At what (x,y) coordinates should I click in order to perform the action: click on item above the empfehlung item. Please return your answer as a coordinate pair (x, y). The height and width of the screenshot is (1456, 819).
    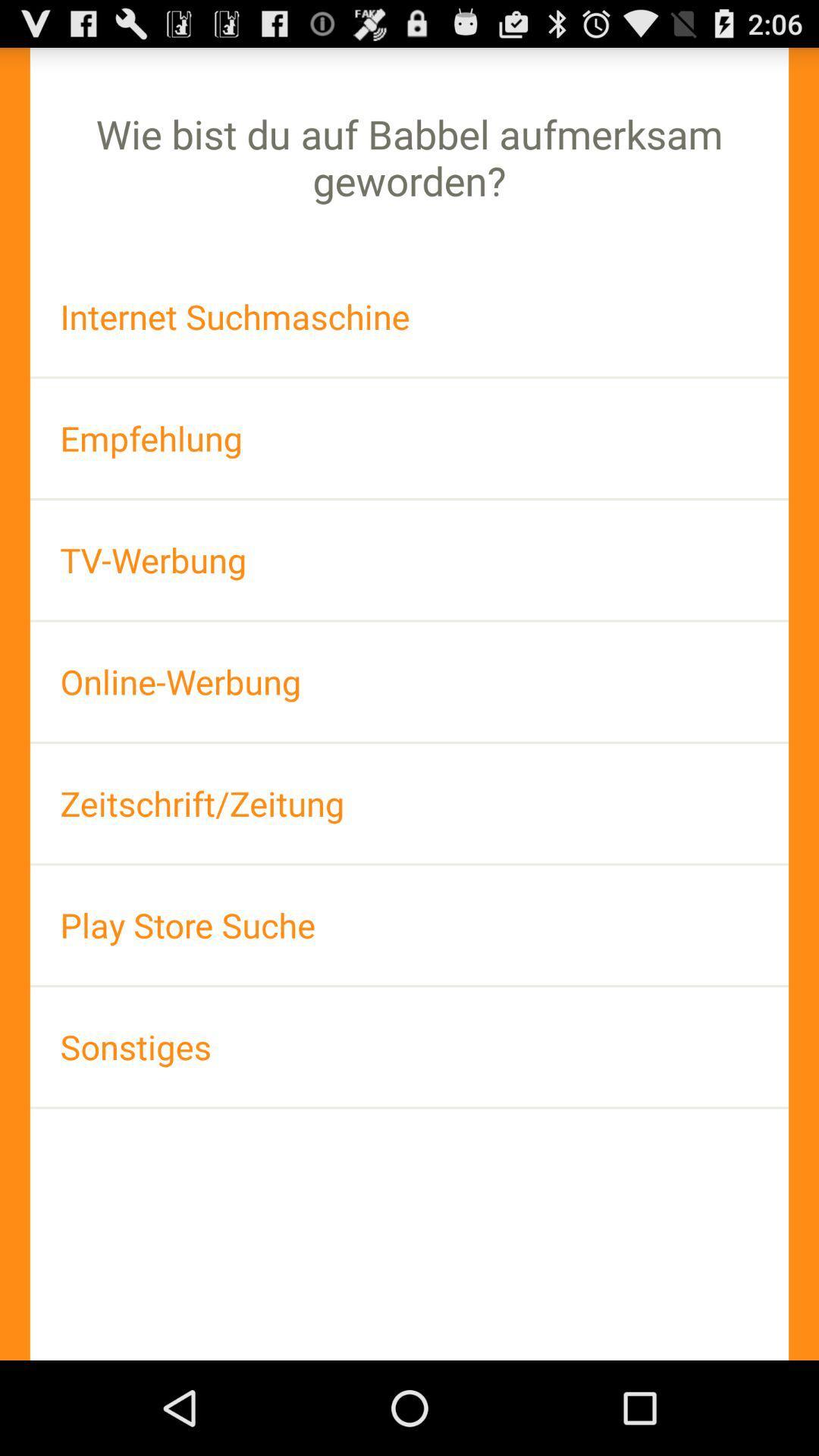
    Looking at the image, I should click on (409, 315).